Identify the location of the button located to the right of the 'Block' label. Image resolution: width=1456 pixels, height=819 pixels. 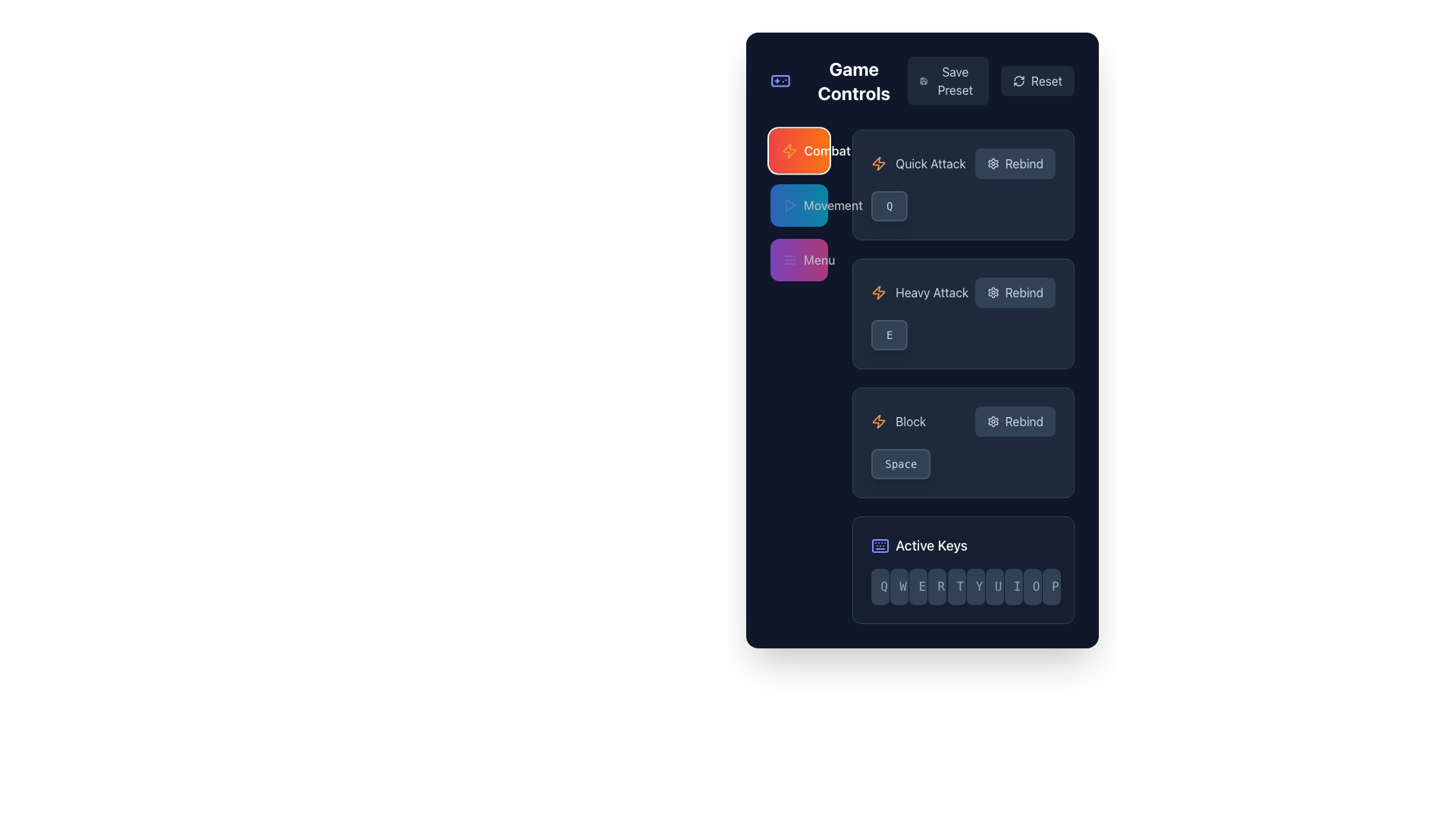
(1015, 421).